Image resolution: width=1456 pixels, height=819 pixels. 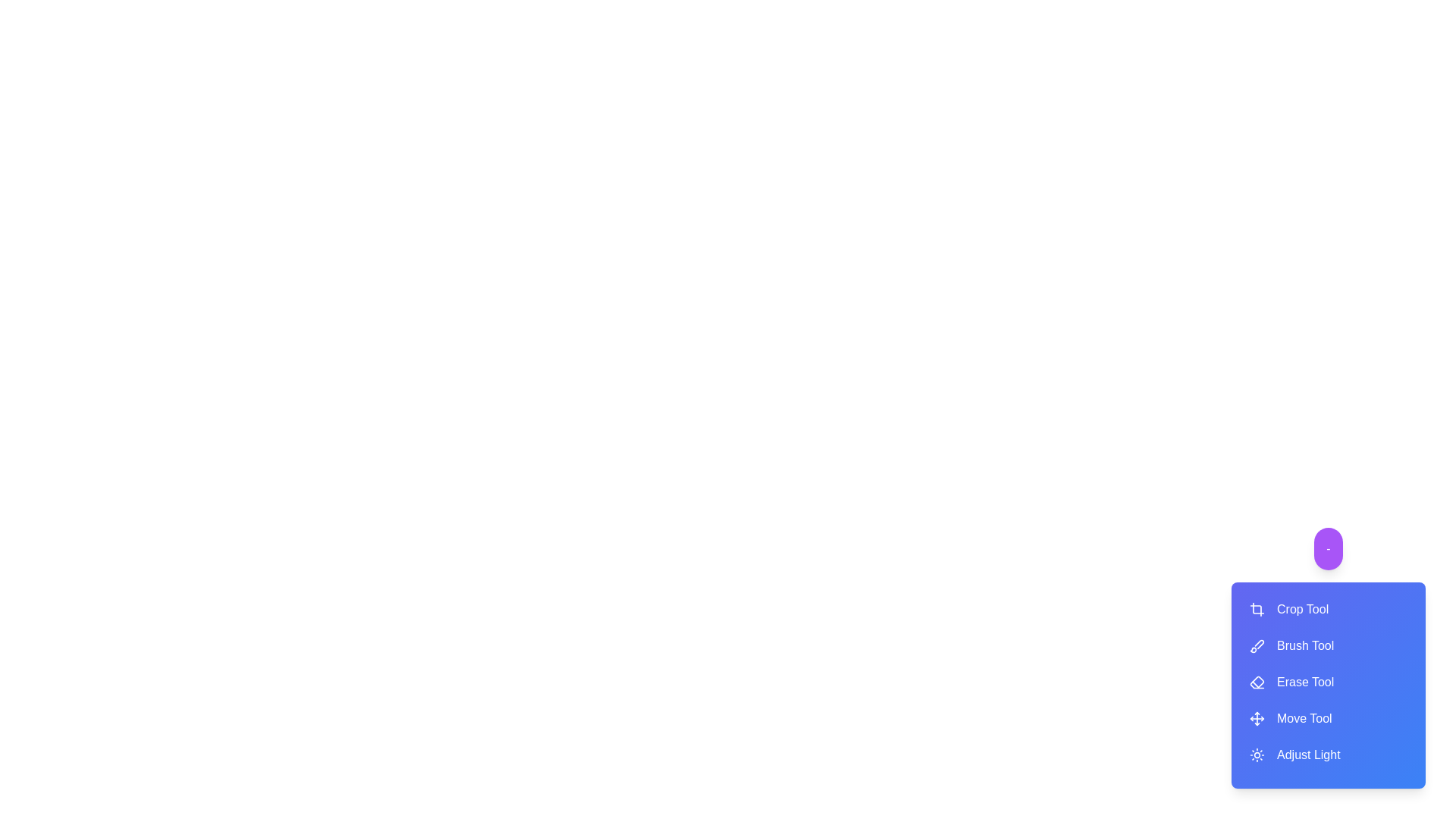 What do you see at coordinates (1328, 718) in the screenshot?
I see `the 'Move Tool' button, which is a horizontal button with a blue background and white text, located in the vertical navigation menu between the 'Erase Tool' and 'Adjust Light' buttons` at bounding box center [1328, 718].